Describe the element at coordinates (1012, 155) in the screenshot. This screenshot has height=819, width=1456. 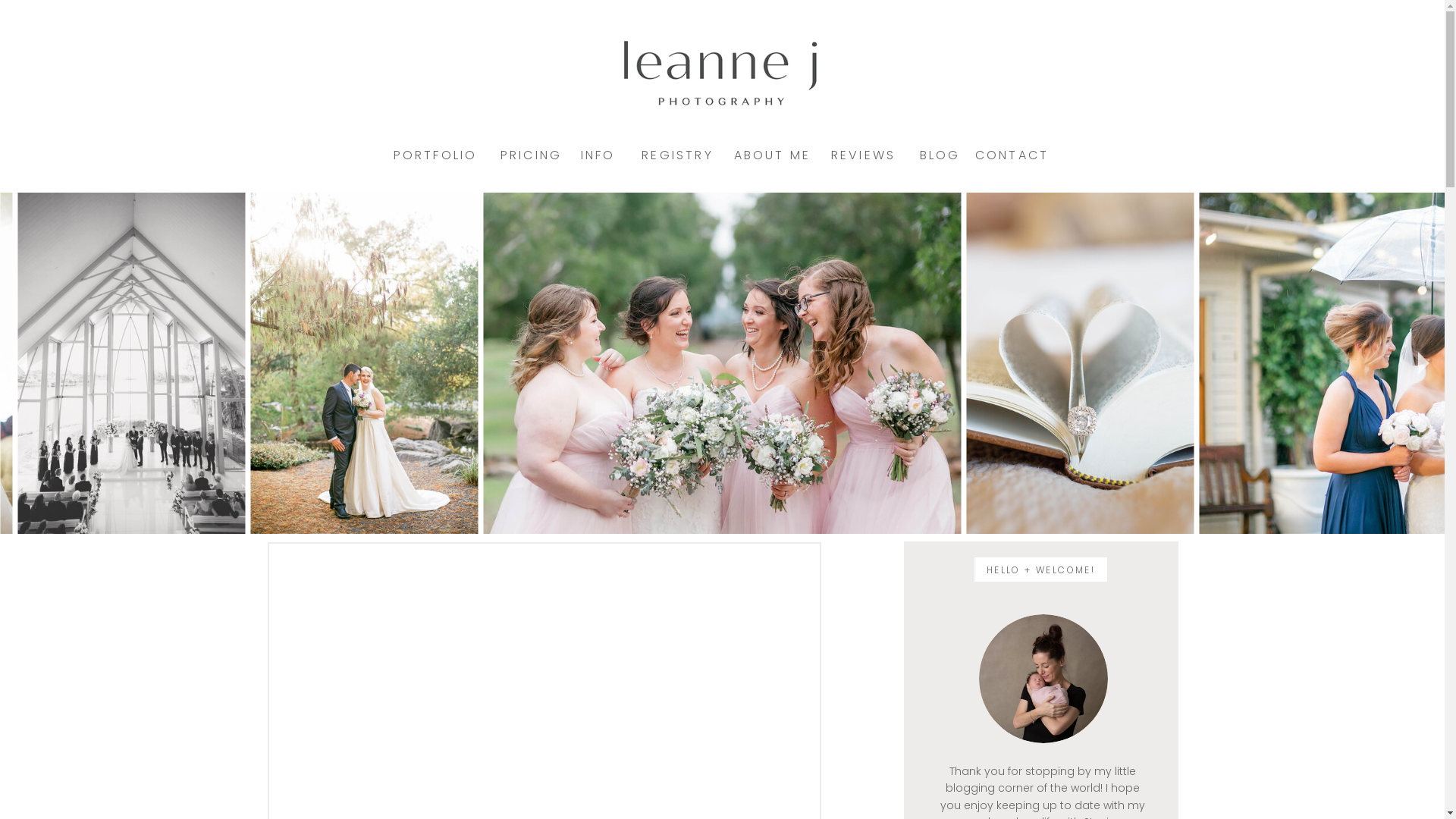
I see `'CONTACT'` at that location.